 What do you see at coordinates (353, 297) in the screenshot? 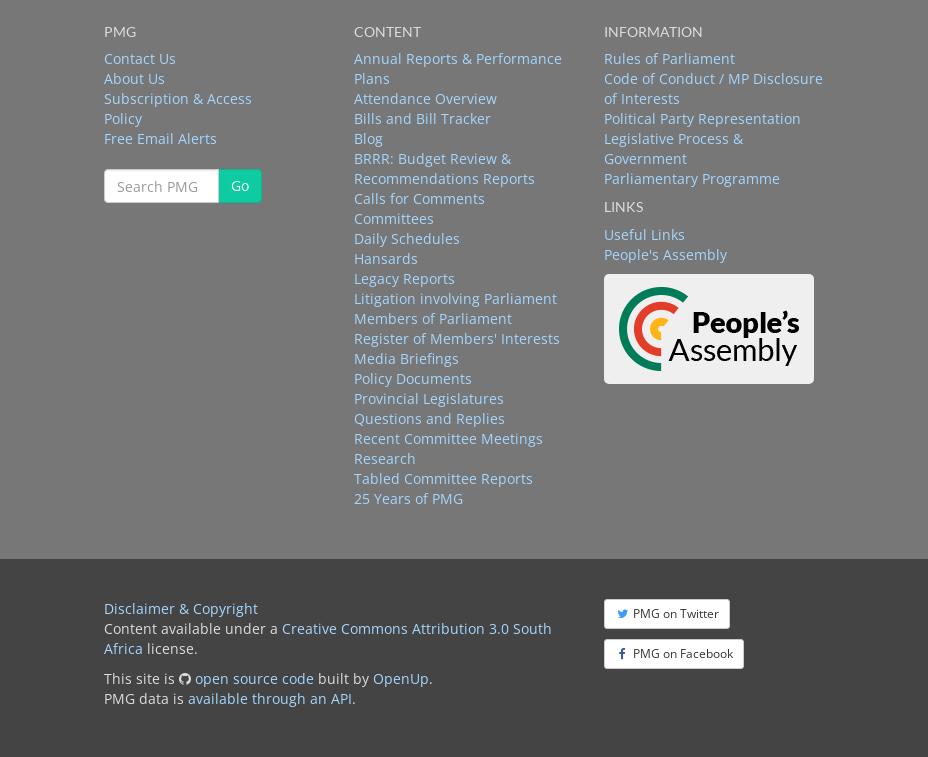
I see `'Litigation involving Parliament'` at bounding box center [353, 297].